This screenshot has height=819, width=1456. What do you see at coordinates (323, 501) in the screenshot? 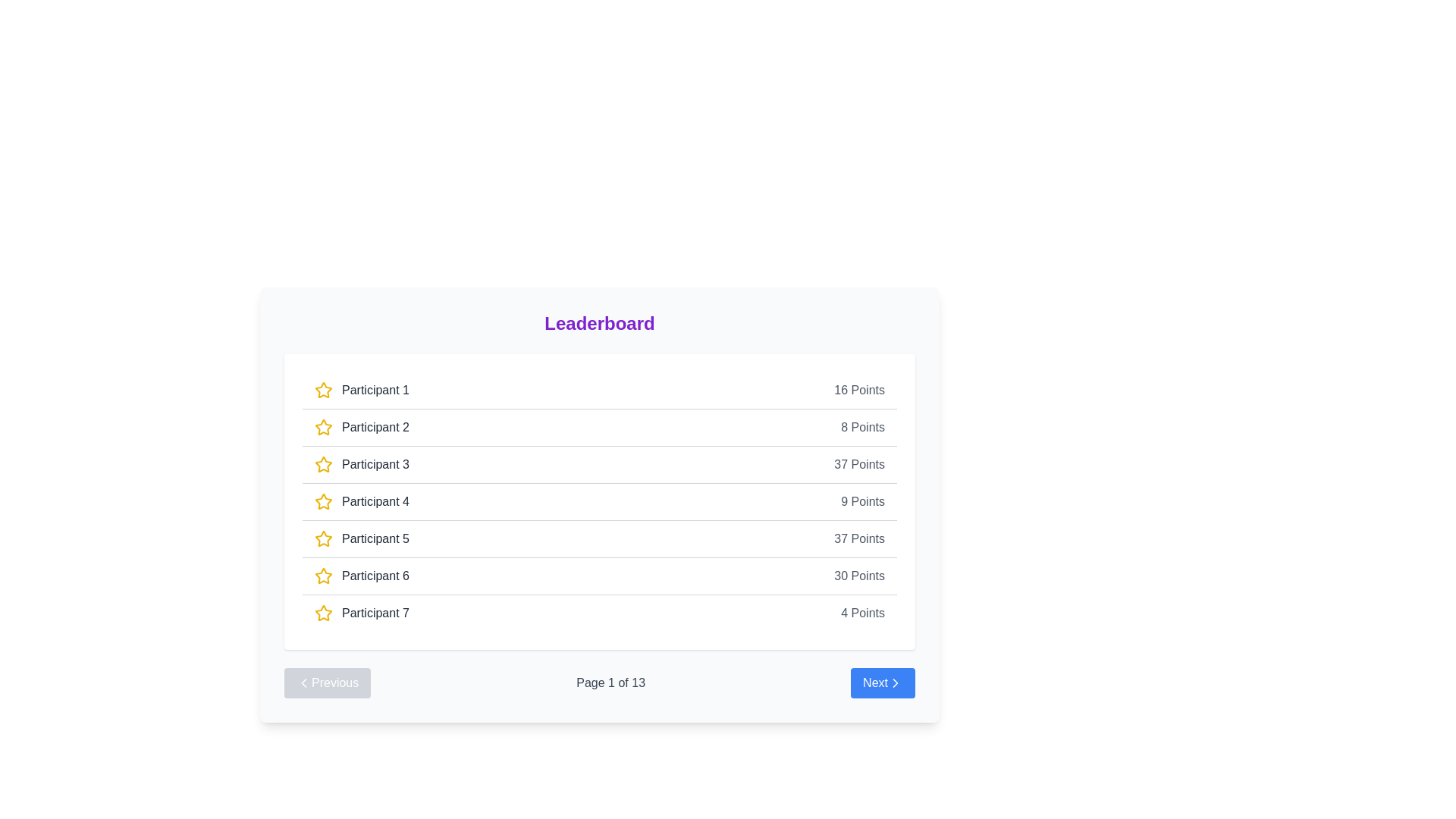
I see `the fourth star icon with a yellow outline and a white fill beside the text 'Participant 4'` at bounding box center [323, 501].